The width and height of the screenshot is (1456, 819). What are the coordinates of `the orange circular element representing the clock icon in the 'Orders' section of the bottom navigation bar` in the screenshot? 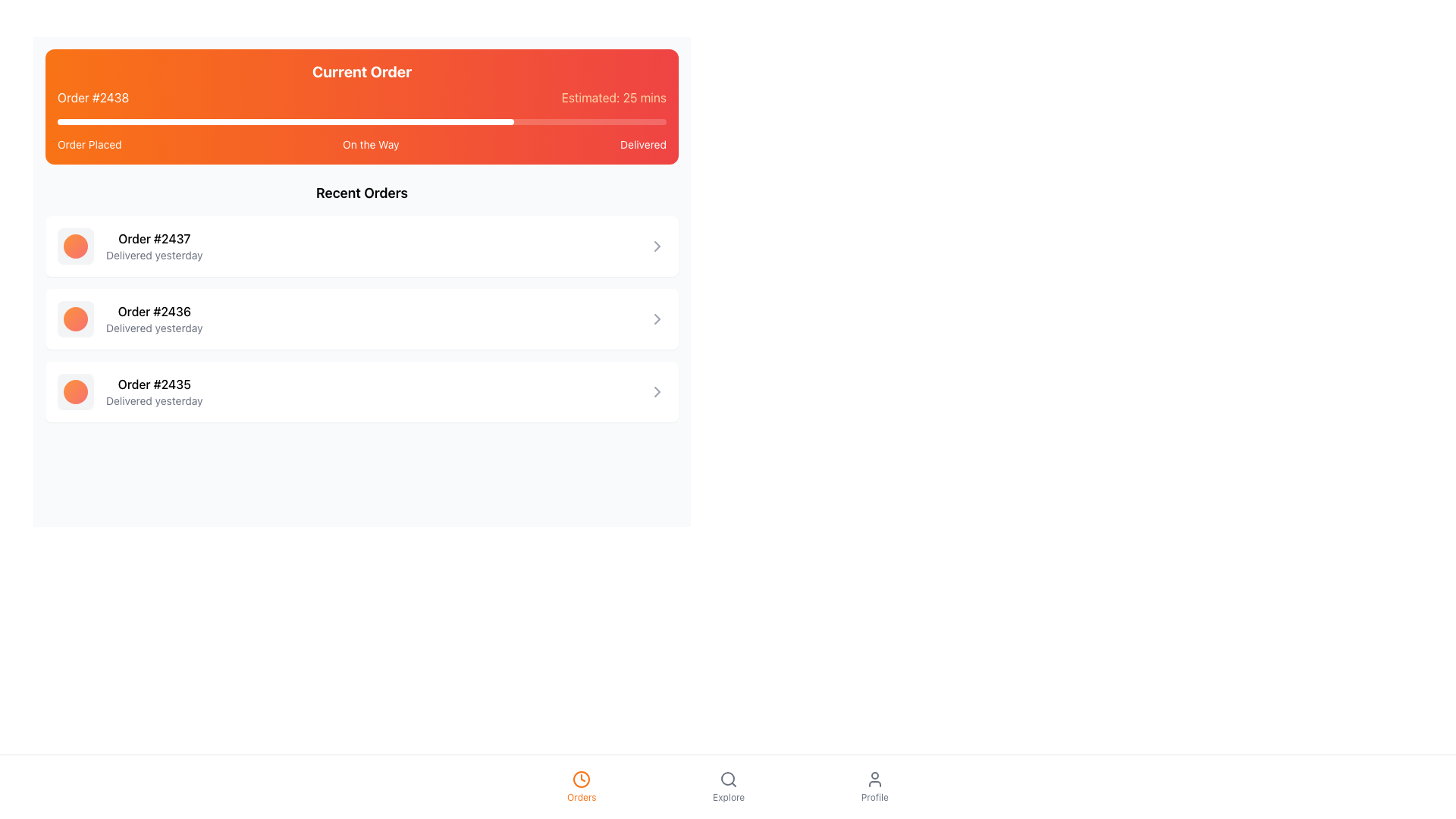 It's located at (581, 780).